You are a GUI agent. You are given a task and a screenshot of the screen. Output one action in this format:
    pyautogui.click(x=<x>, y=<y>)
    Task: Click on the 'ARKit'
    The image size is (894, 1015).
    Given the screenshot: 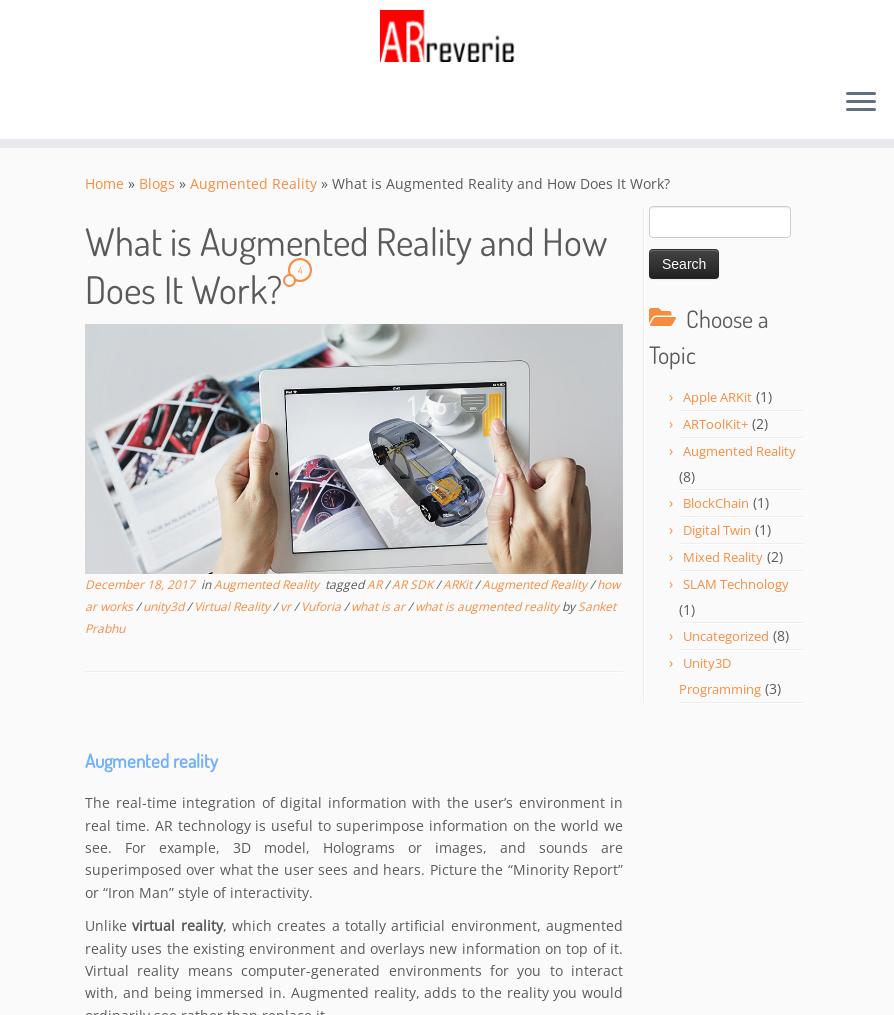 What is the action you would take?
    pyautogui.click(x=458, y=584)
    